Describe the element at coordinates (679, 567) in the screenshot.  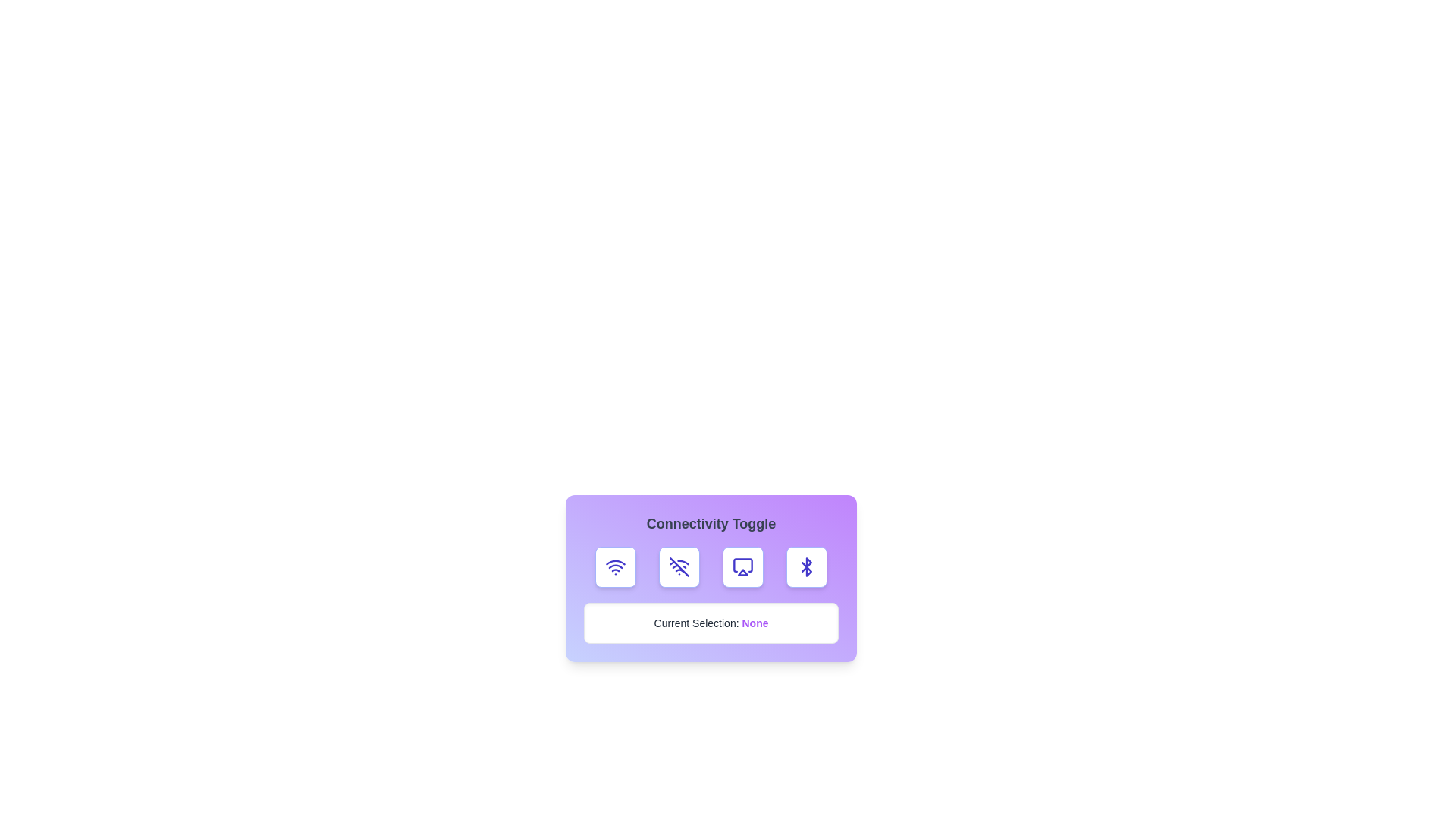
I see `the connectivity option Offline by clicking its corresponding button` at that location.